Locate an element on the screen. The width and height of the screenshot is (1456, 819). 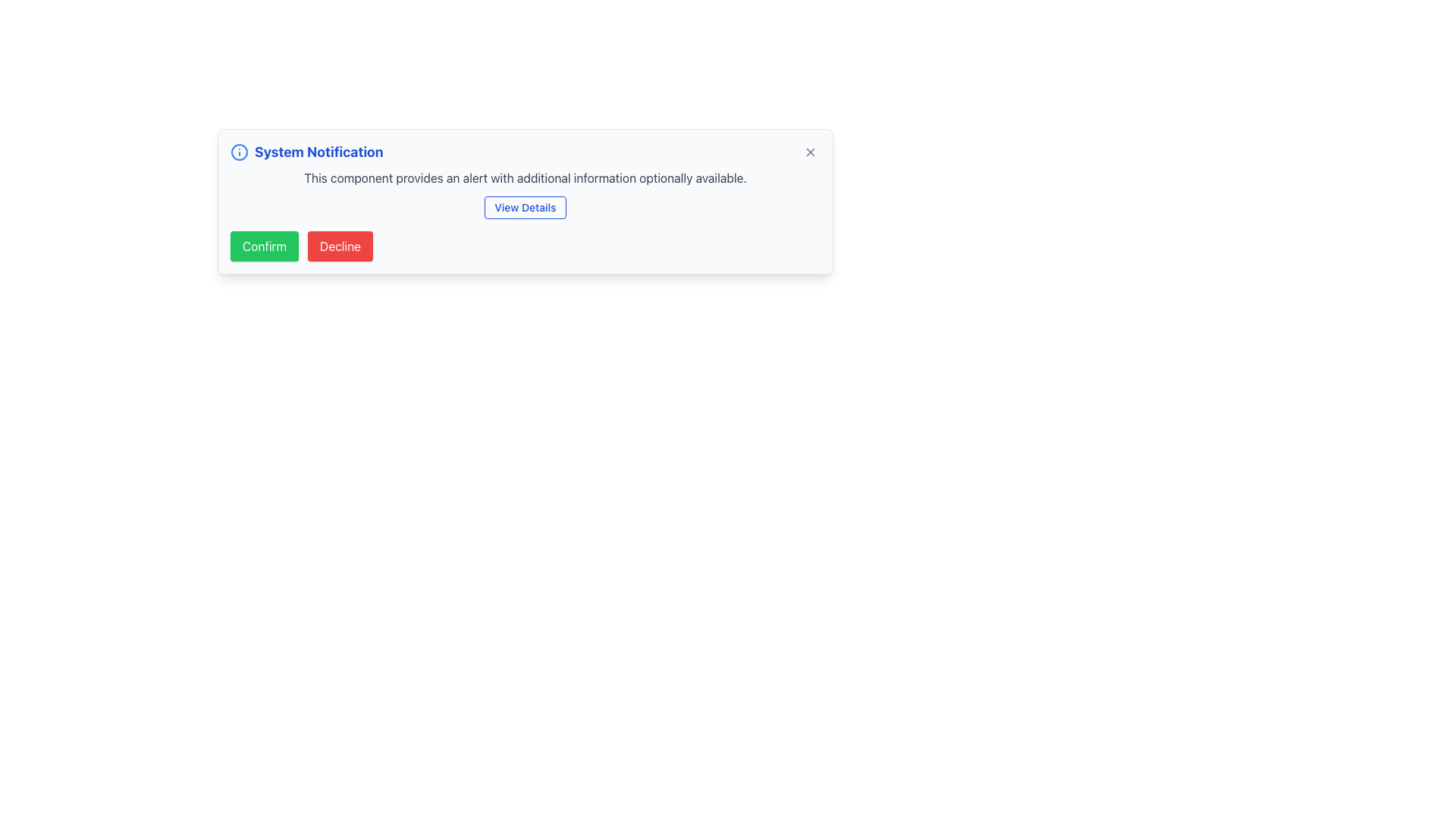
main heading text of the notification, which is located in the top-left section of the notification card and is accompanied by an informational icon is located at coordinates (306, 152).